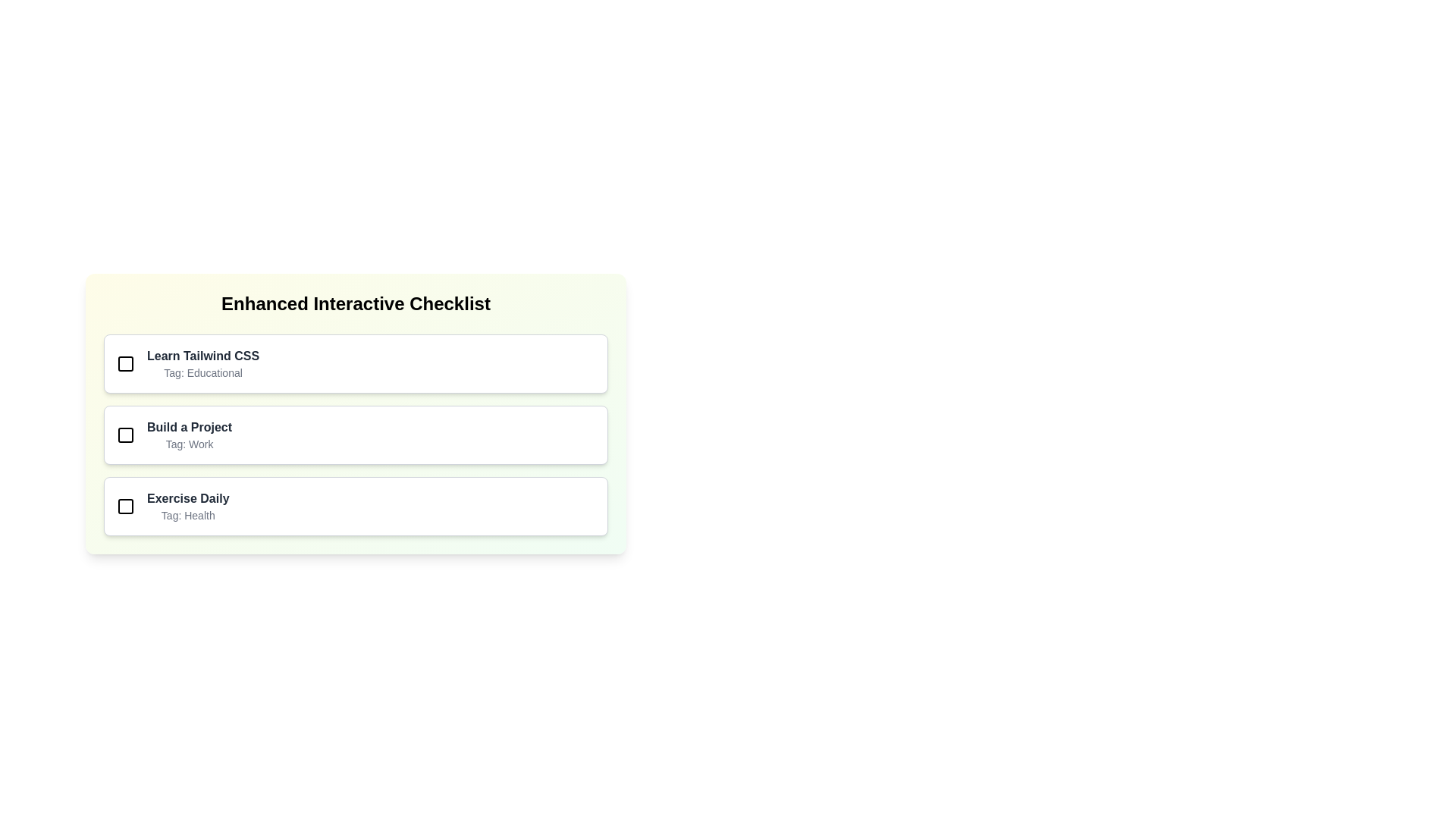 The image size is (1456, 819). I want to click on the static text element displaying 'Exercise Daily' in bold, dark gray font, located in the third row of the Enhanced Interactive Checklist under the tag 'Health', so click(187, 499).